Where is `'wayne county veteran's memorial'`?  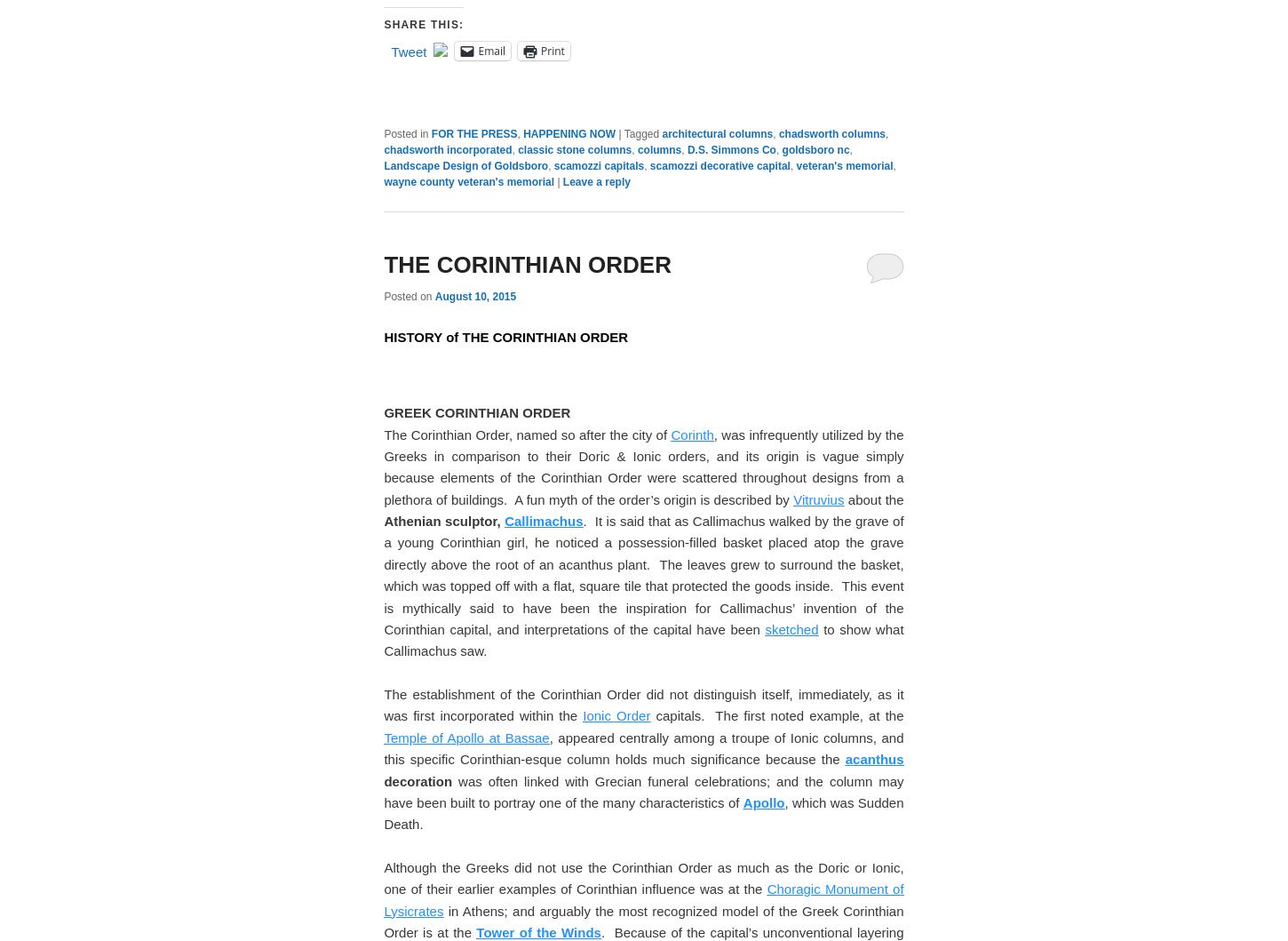
'wayne county veteran's memorial' is located at coordinates (468, 733).